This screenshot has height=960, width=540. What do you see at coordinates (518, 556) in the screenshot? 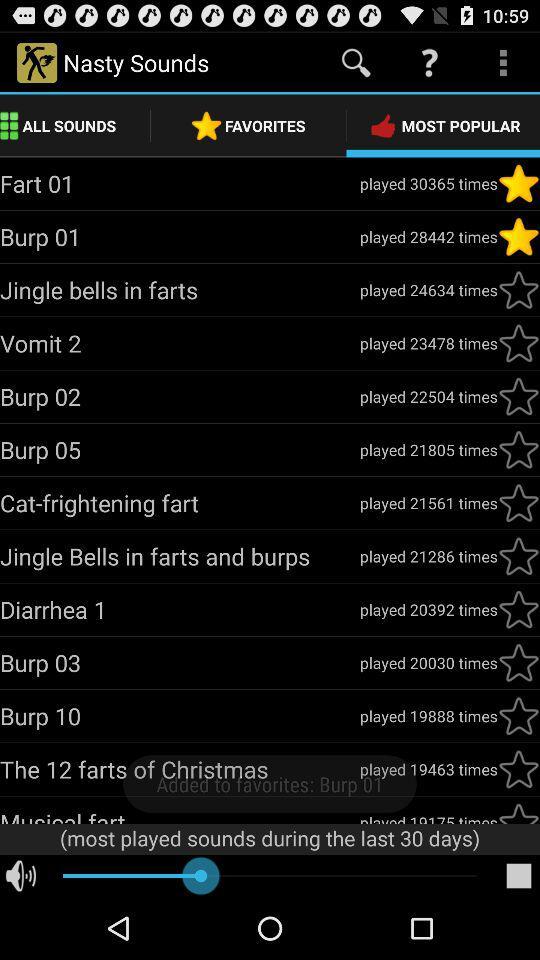
I see `as favorite` at bounding box center [518, 556].